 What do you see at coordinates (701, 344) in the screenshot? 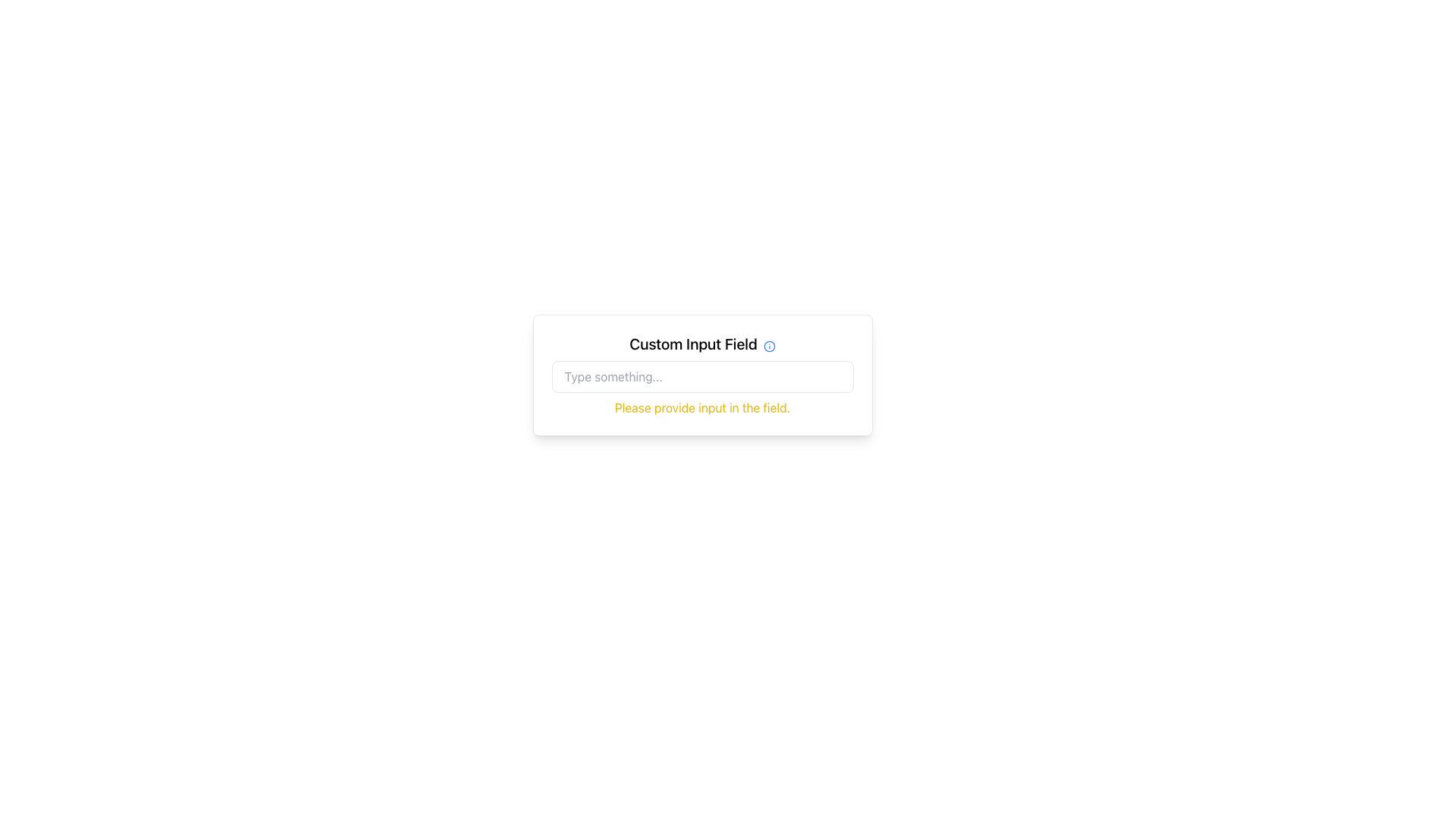
I see `the prominent text header label styled with large bold font above the input field` at bounding box center [701, 344].